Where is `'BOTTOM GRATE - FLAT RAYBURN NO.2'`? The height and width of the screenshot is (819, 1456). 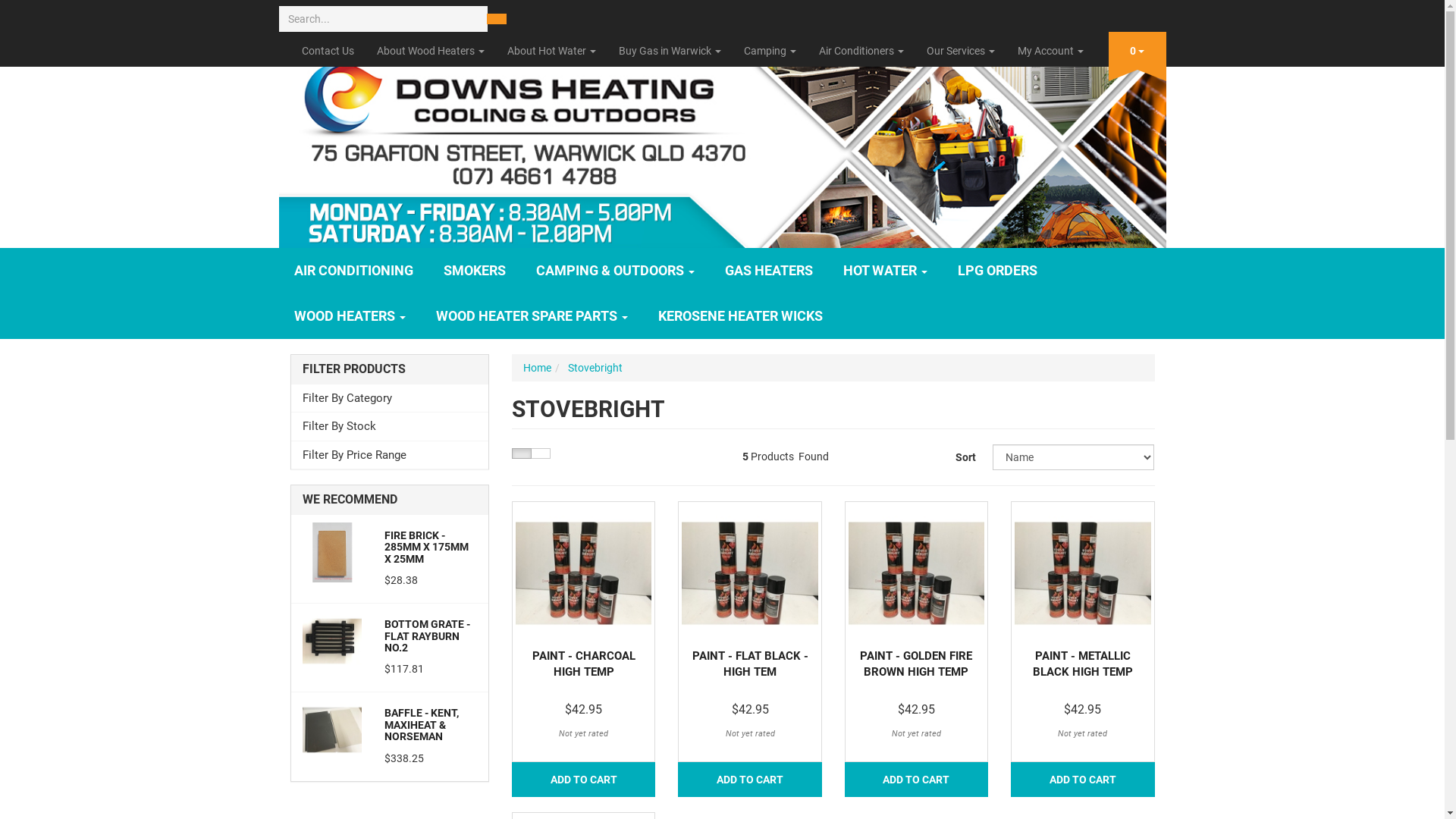 'BOTTOM GRATE - FLAT RAYBURN NO.2' is located at coordinates (426, 635).